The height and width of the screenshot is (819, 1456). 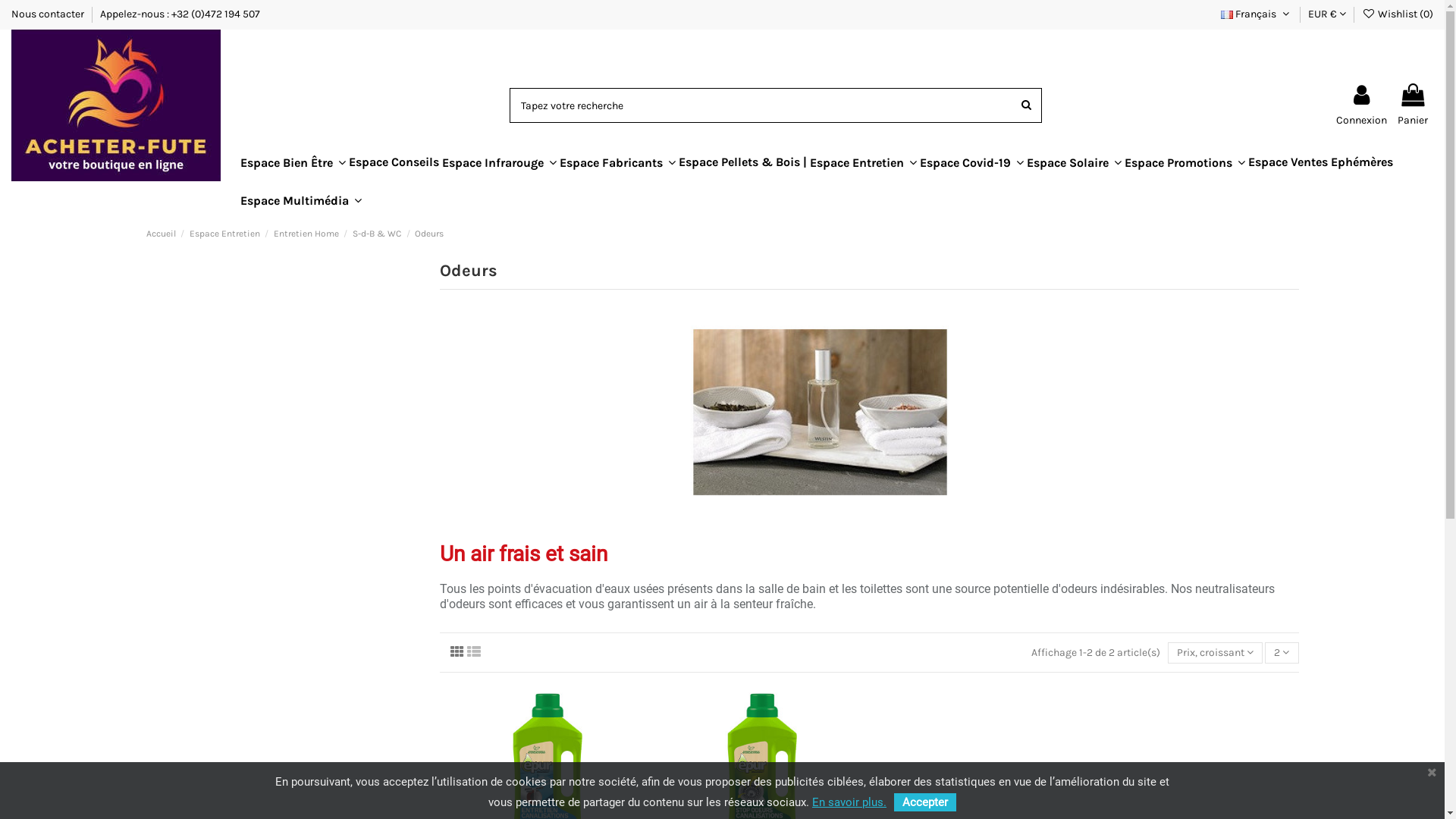 What do you see at coordinates (1361, 14) in the screenshot?
I see `'Wishlist (0)'` at bounding box center [1361, 14].